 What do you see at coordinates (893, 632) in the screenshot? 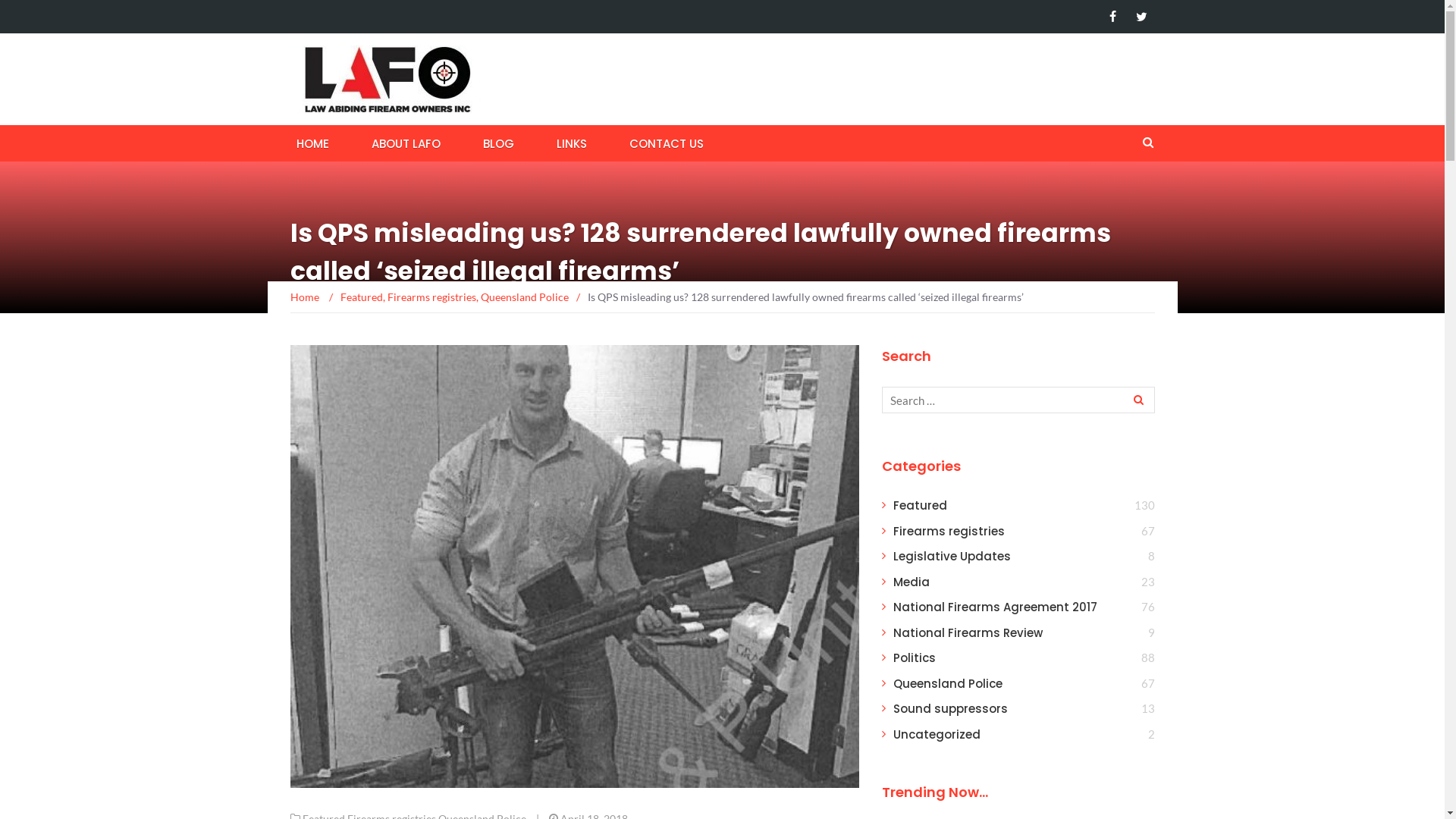
I see `'National Firearms Review'` at bounding box center [893, 632].